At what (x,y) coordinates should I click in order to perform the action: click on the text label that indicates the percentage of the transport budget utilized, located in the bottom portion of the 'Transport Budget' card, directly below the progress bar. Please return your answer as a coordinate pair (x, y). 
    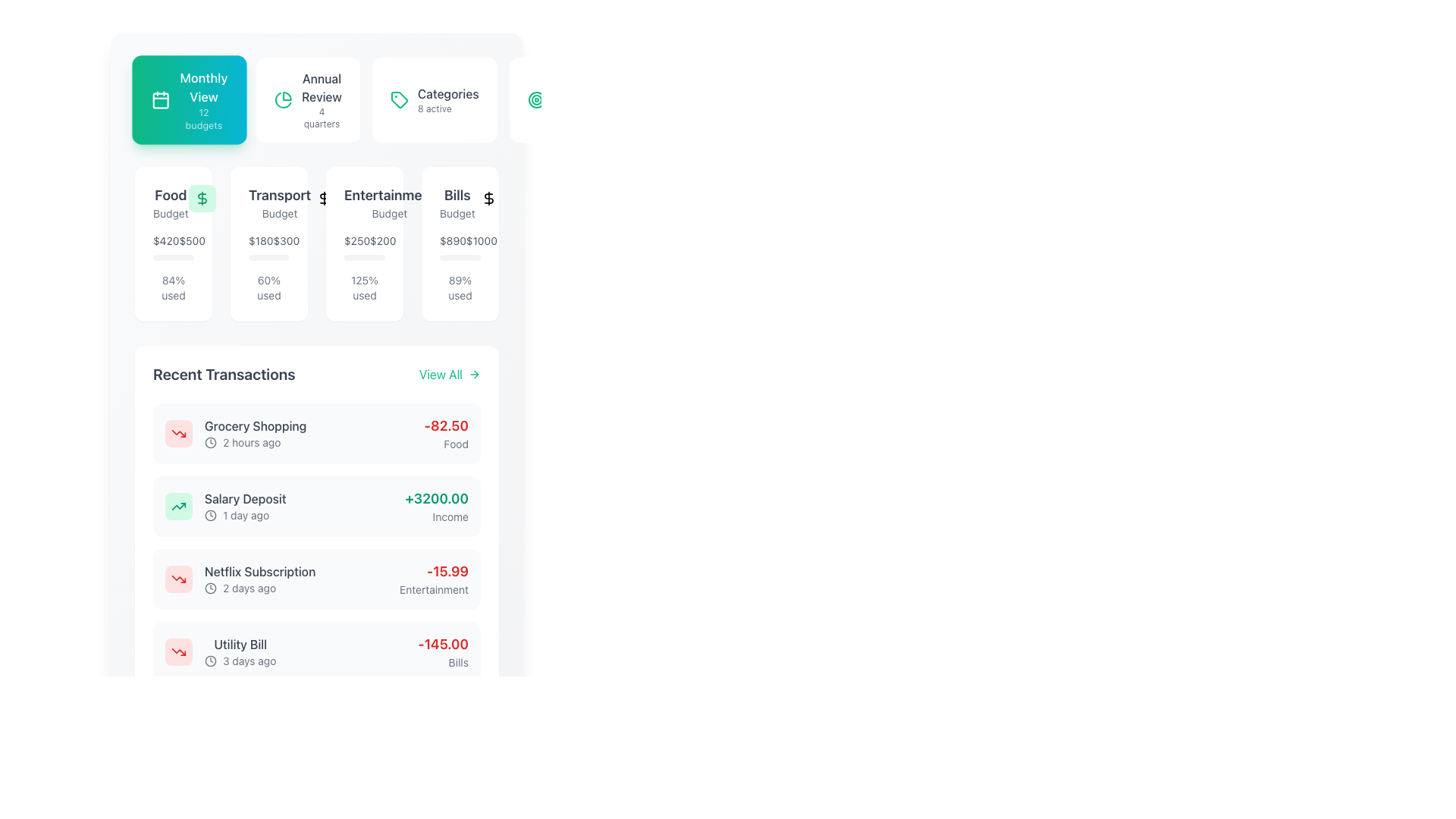
    Looking at the image, I should click on (269, 288).